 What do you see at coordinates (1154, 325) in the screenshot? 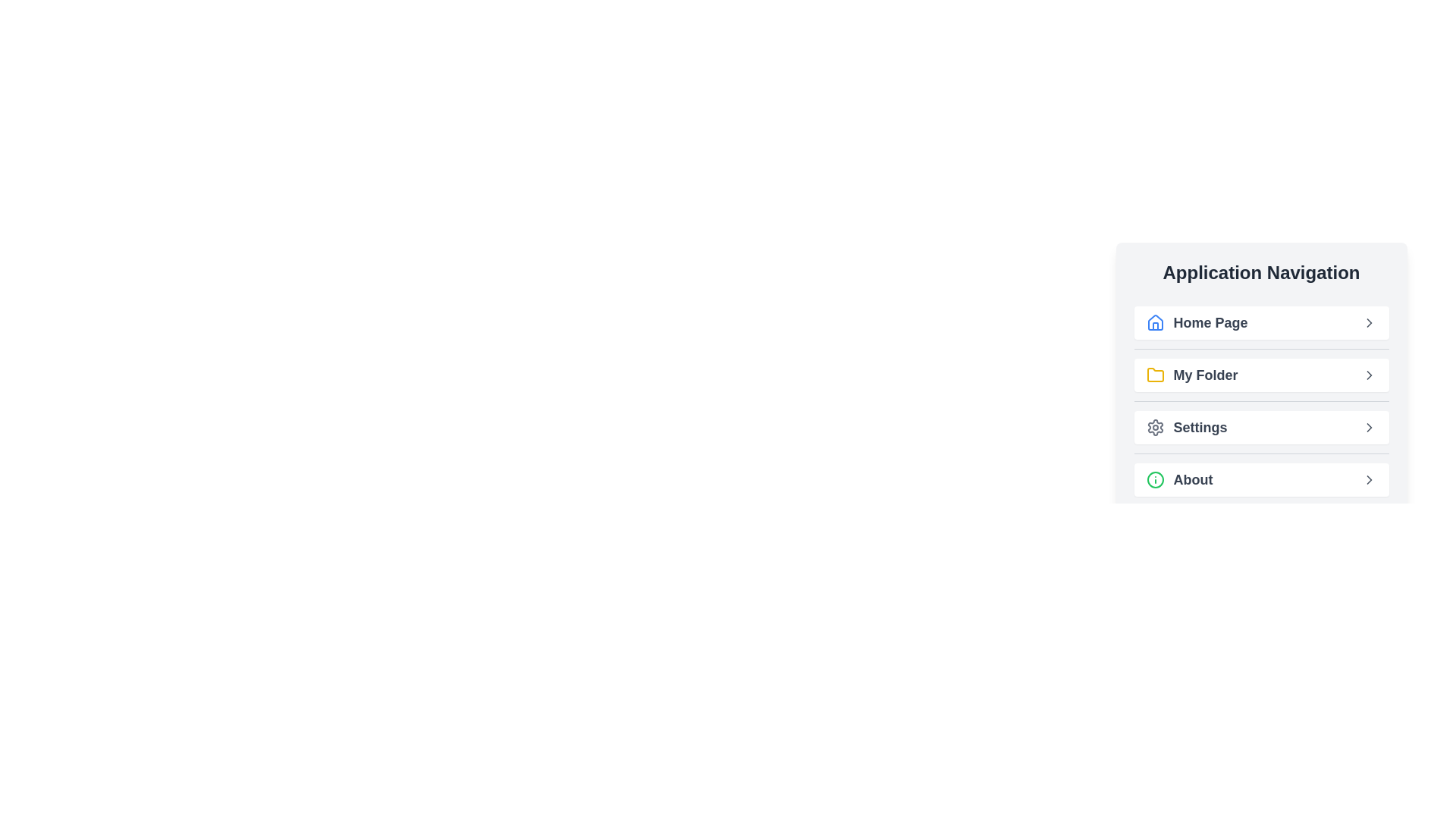
I see `house icon element located at the bottom center of the first icon in the navigation menu, which is associated with the 'Home Page' entry, using developer tools` at bounding box center [1154, 325].